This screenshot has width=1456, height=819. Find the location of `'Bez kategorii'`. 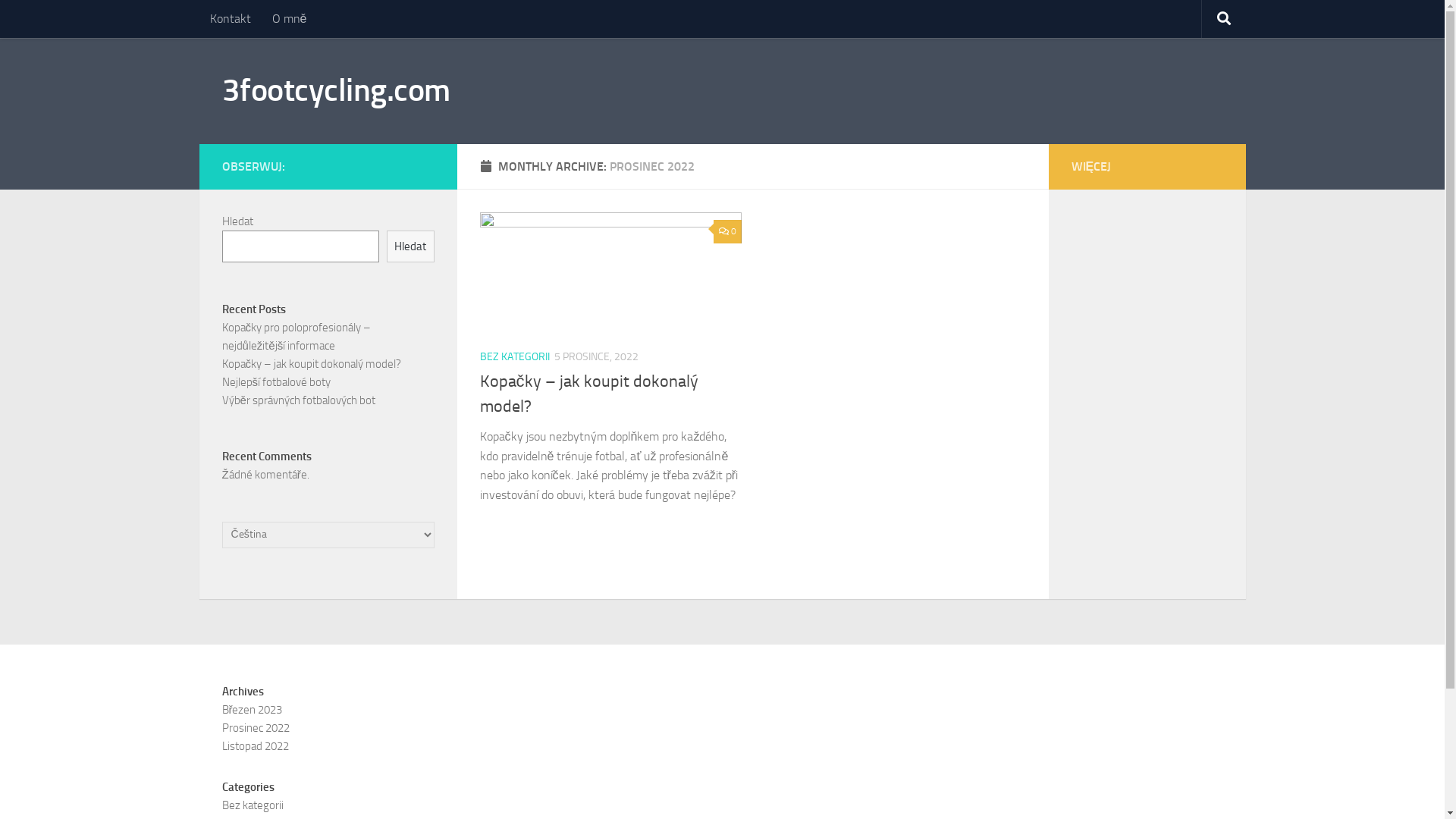

'Bez kategorii' is located at coordinates (252, 804).